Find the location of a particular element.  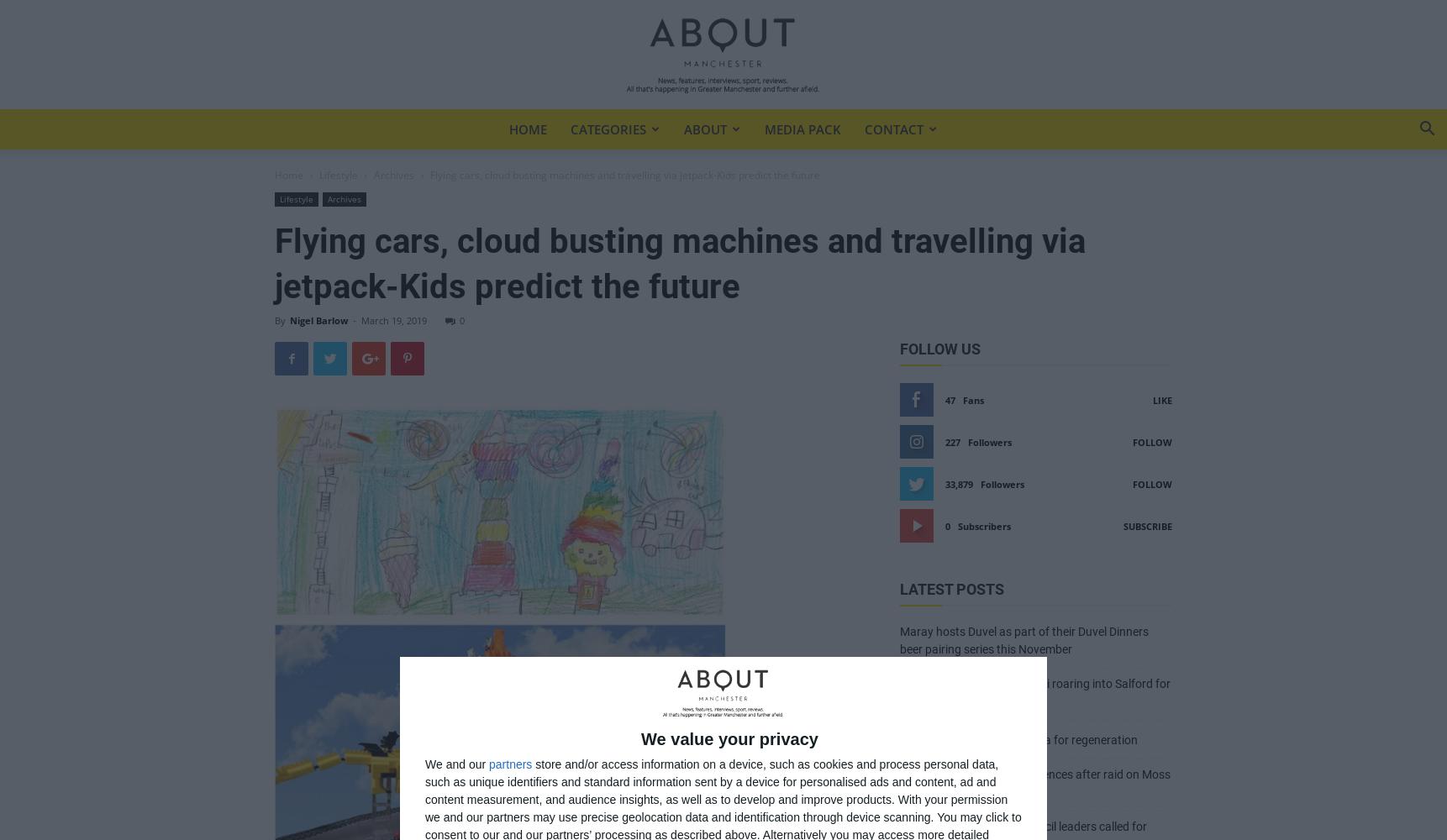

'Subscribe' is located at coordinates (1148, 526).